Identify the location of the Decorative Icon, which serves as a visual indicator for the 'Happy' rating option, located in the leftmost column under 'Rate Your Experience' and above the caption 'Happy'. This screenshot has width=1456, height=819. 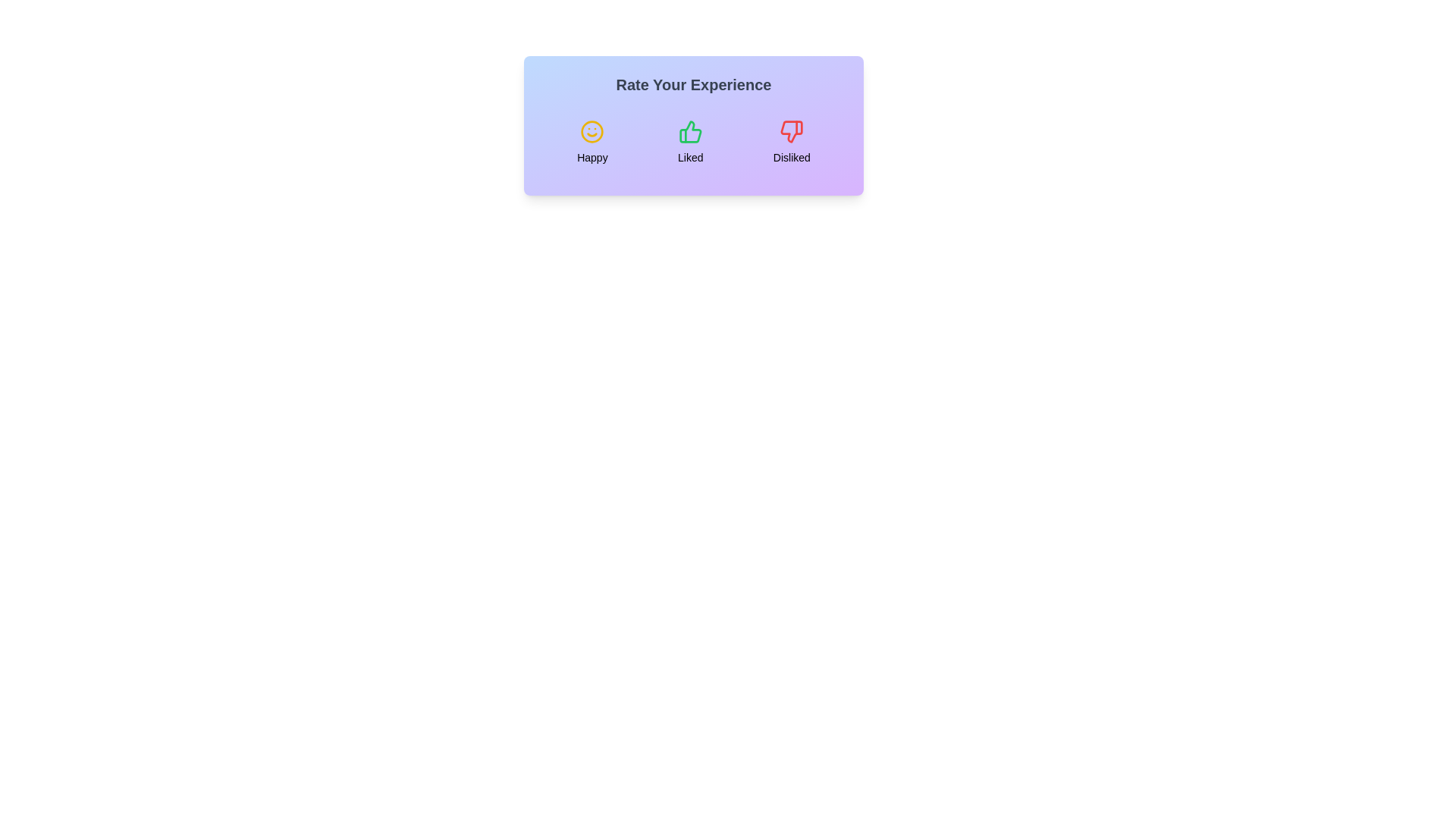
(591, 130).